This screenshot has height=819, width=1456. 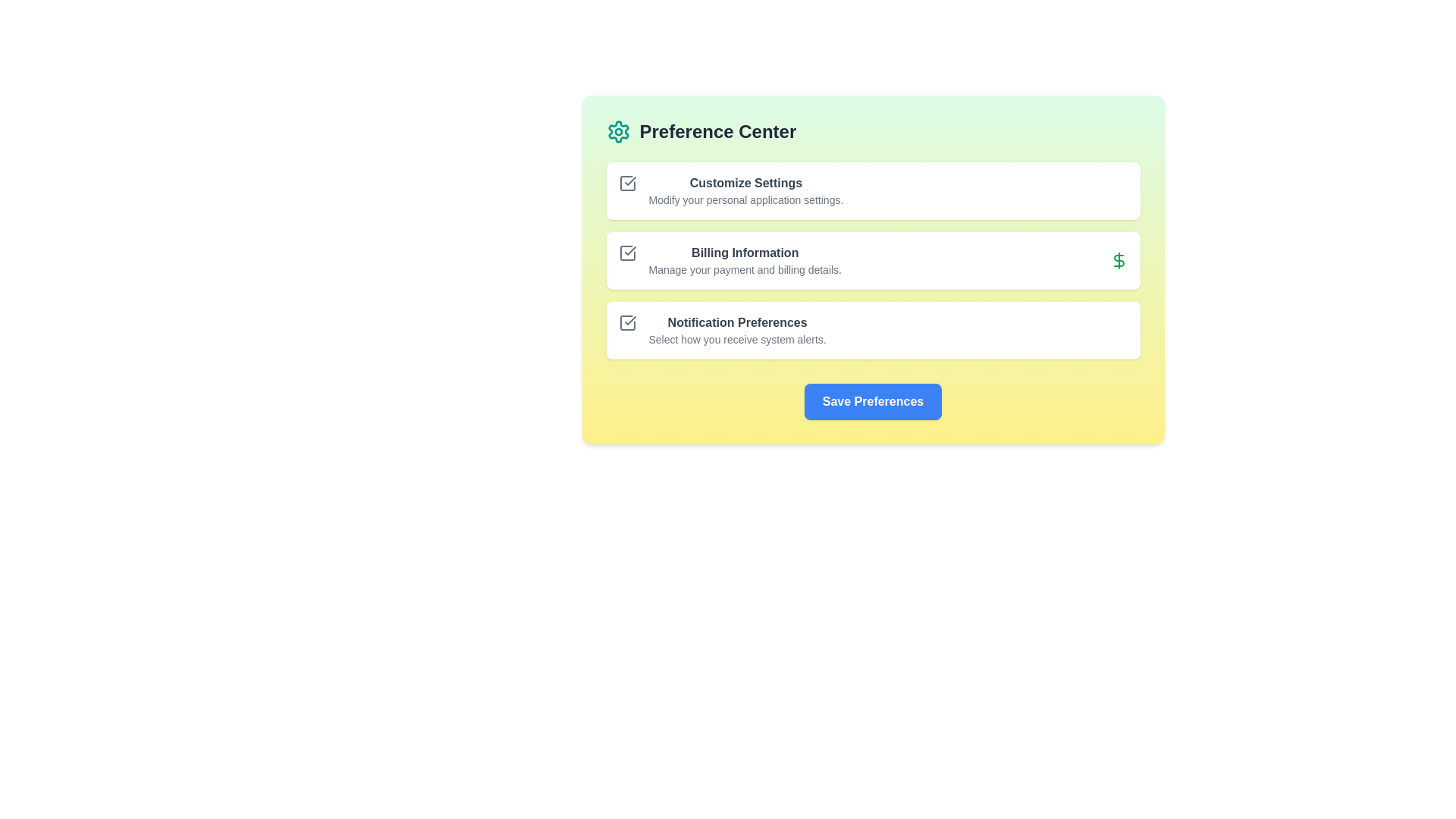 I want to click on the interactive element located near the 'Notification Preferences' text block, which is styled with a larger bold font and aligned with the 'Billing Information' and 'Save Preferences' entries, so click(x=737, y=329).